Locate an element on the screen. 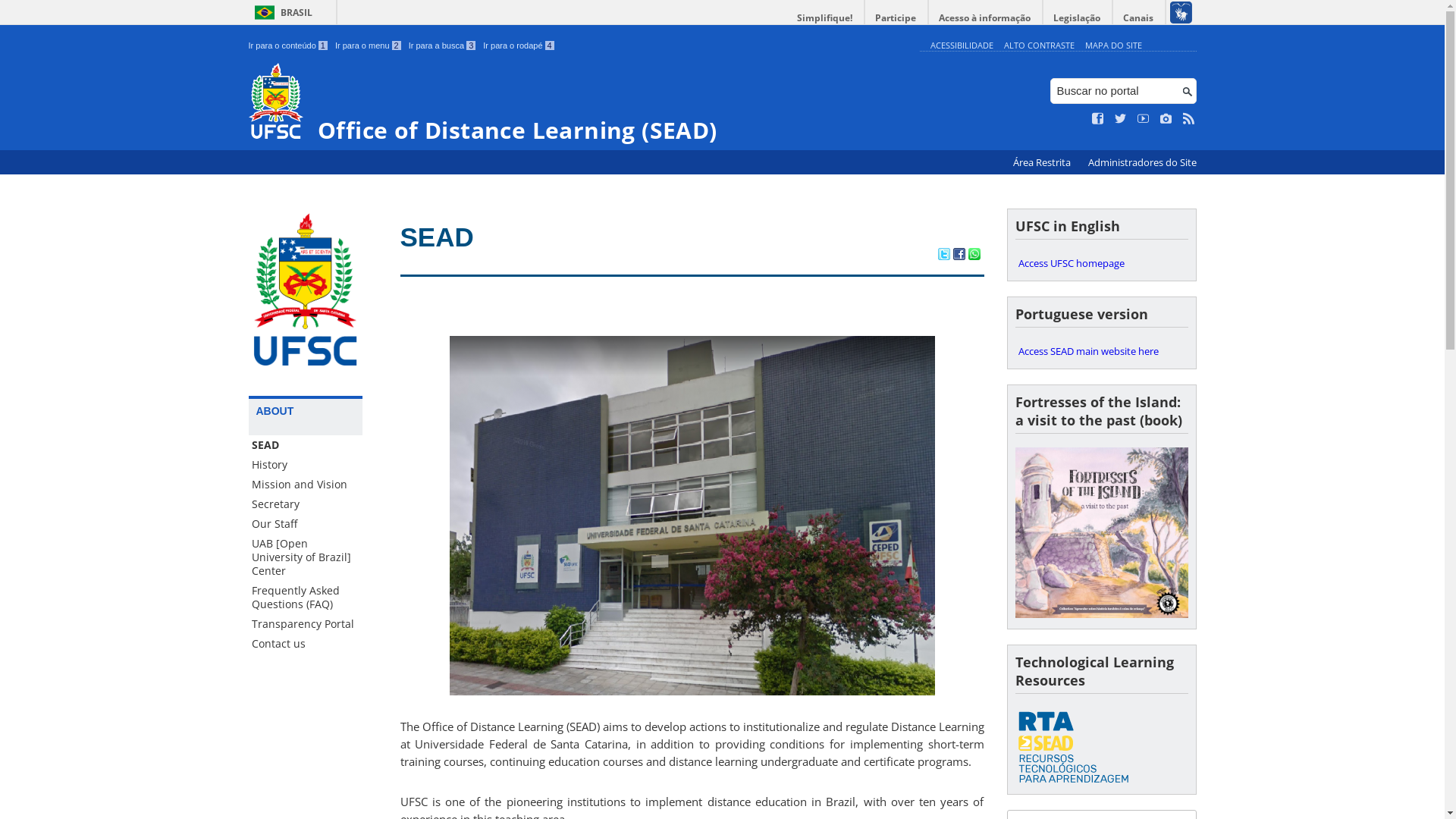 The width and height of the screenshot is (1456, 819). 'Simplifique!' is located at coordinates (786, 17).